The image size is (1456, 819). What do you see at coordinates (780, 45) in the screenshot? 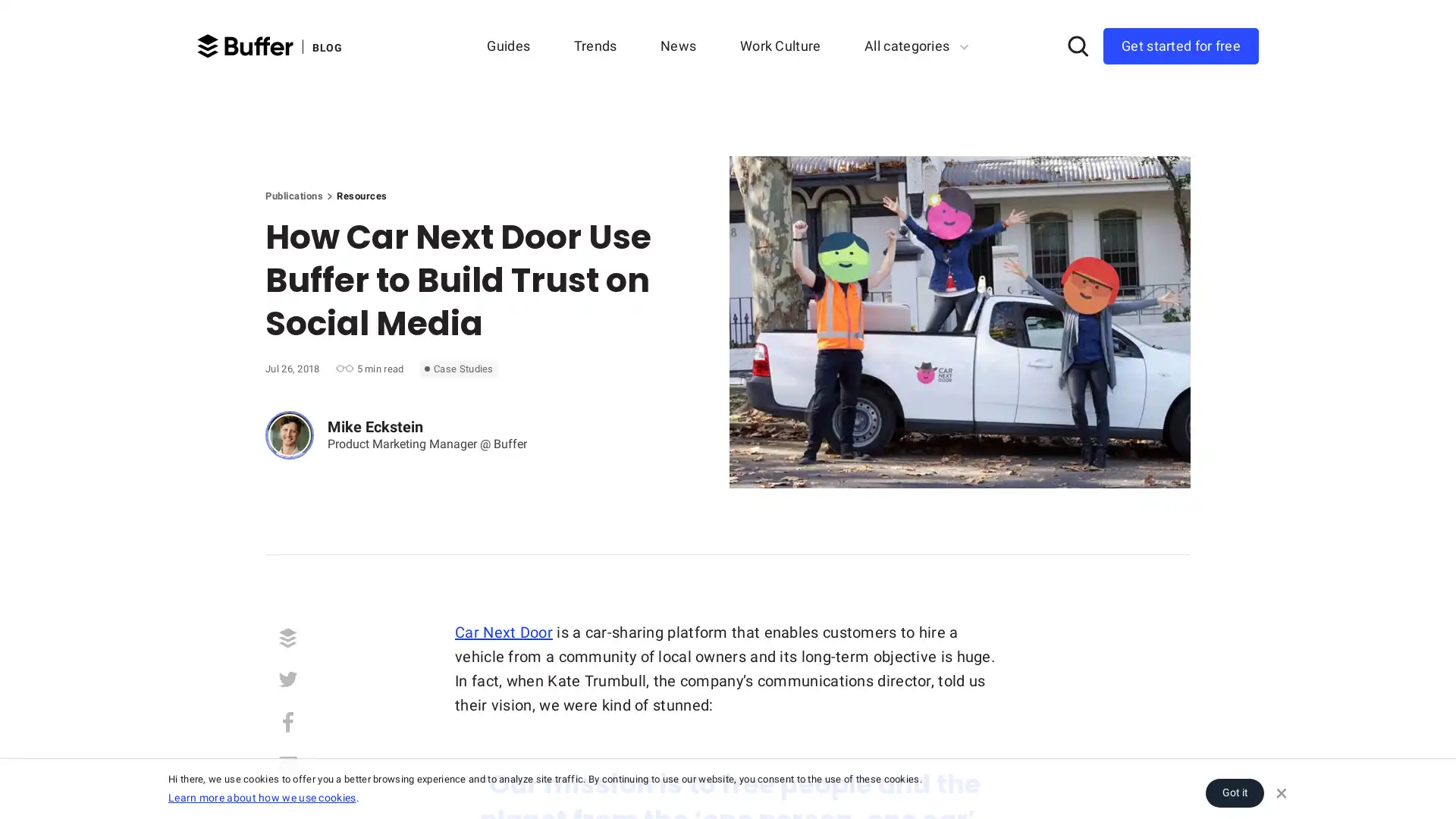
I see `Work Culture` at bounding box center [780, 45].